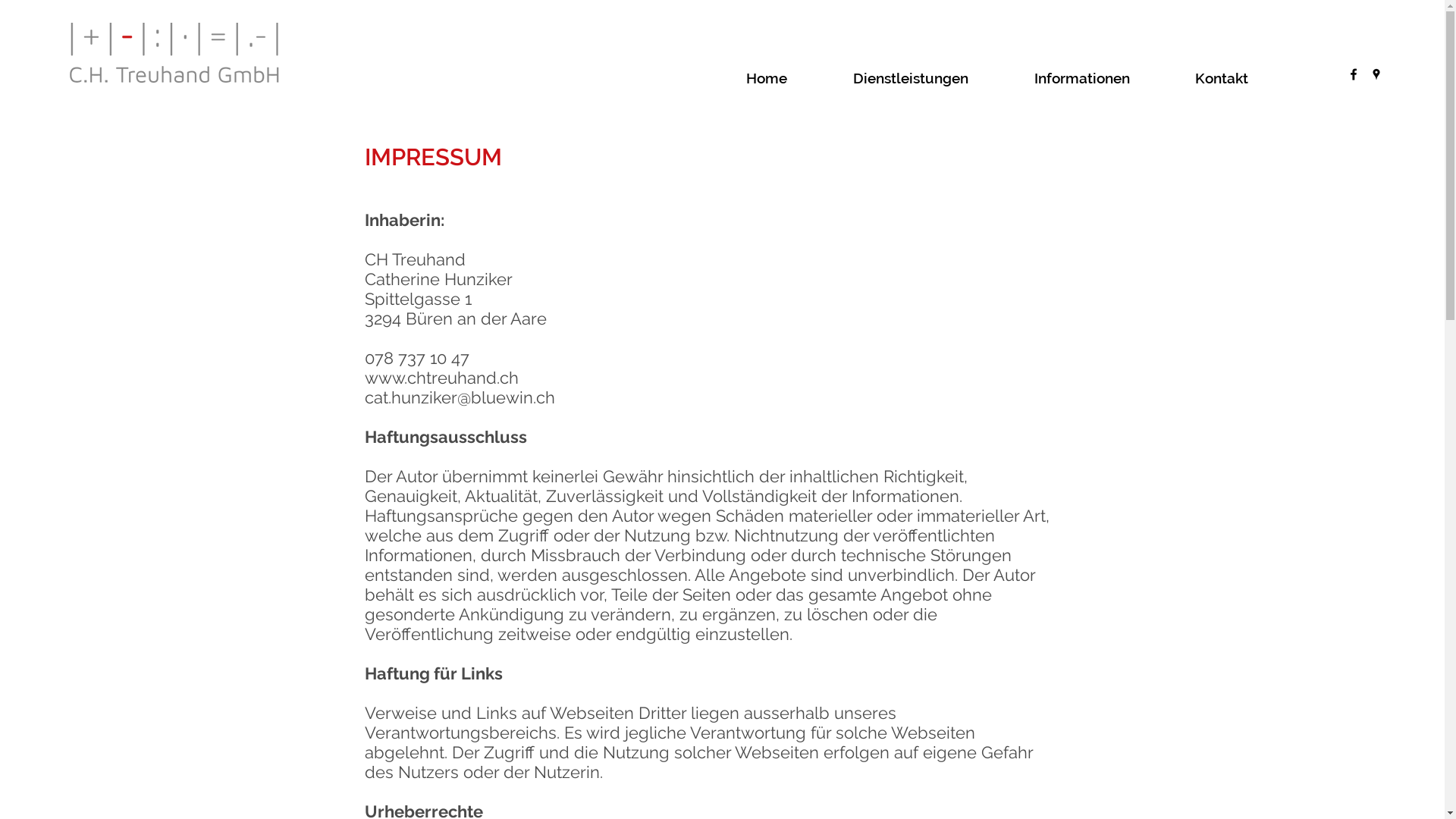 The width and height of the screenshot is (1456, 819). I want to click on 'Dienstleistungen', so click(935, 78).